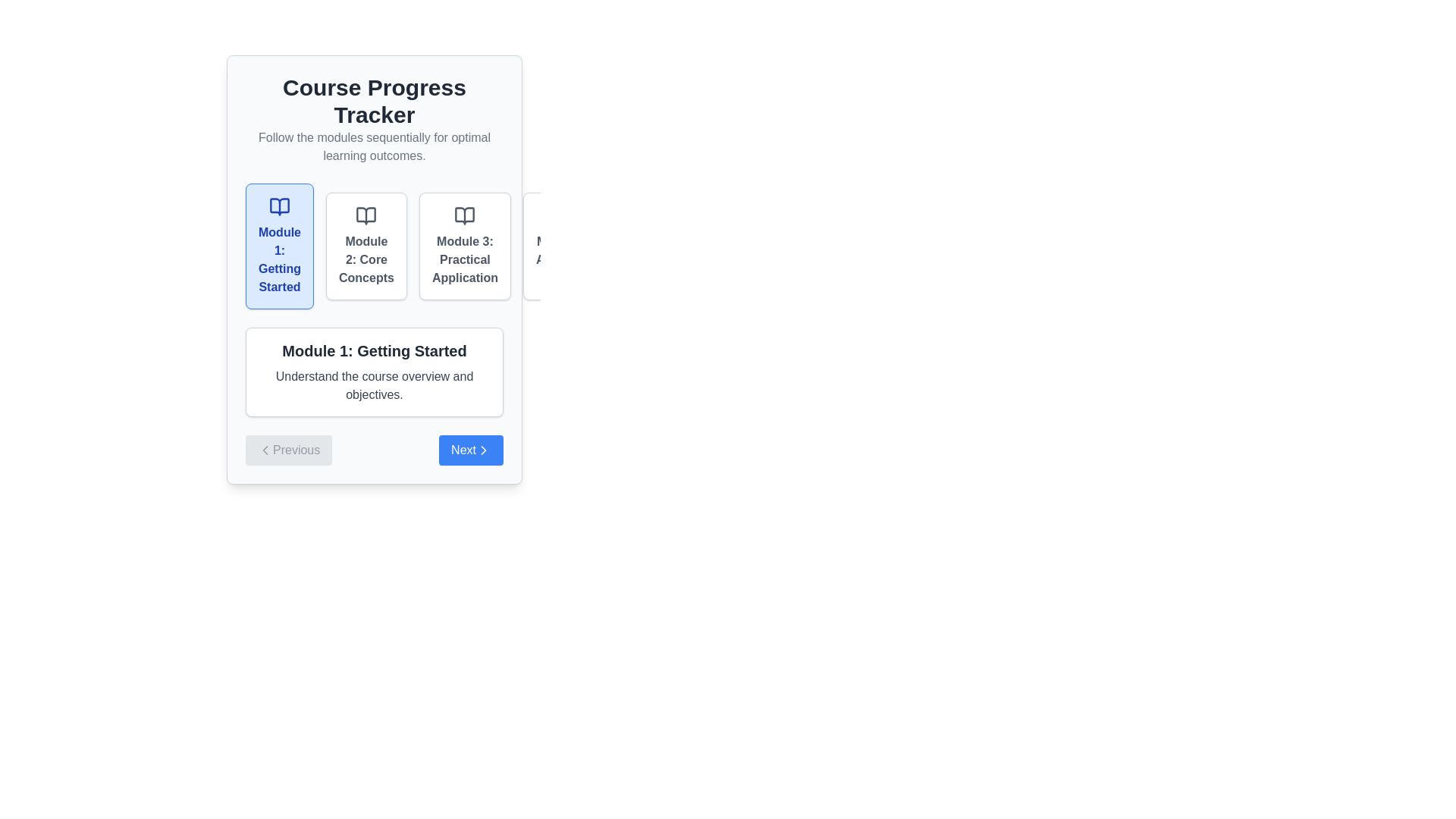  I want to click on the second module in the horizontally aligned Selector group, which is indicated by its distinct styling and is focusable, using keyboard navigation, so click(375, 245).